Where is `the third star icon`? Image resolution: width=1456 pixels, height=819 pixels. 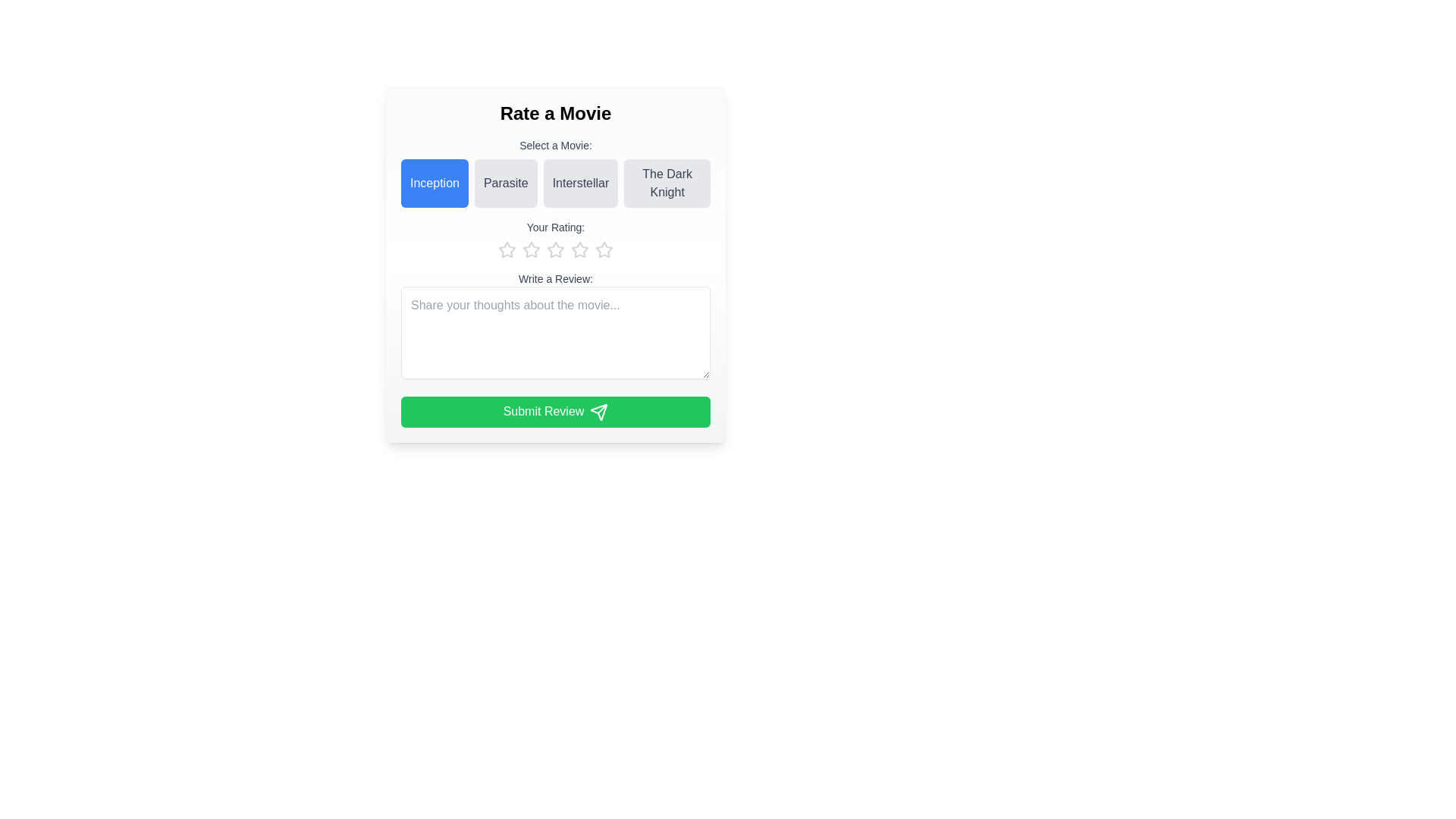
the third star icon is located at coordinates (555, 249).